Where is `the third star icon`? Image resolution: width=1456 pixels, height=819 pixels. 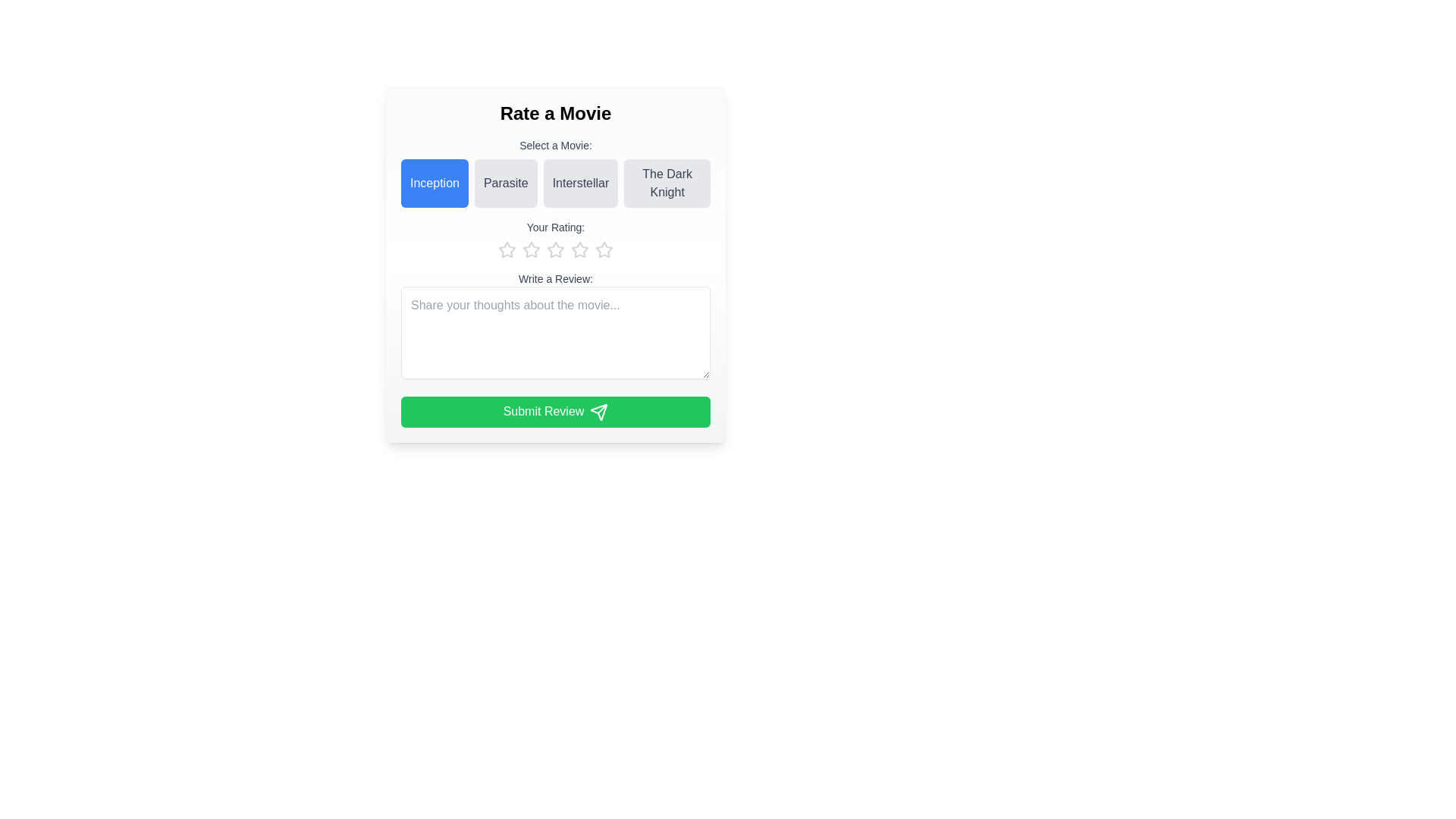
the third star icon is located at coordinates (555, 249).